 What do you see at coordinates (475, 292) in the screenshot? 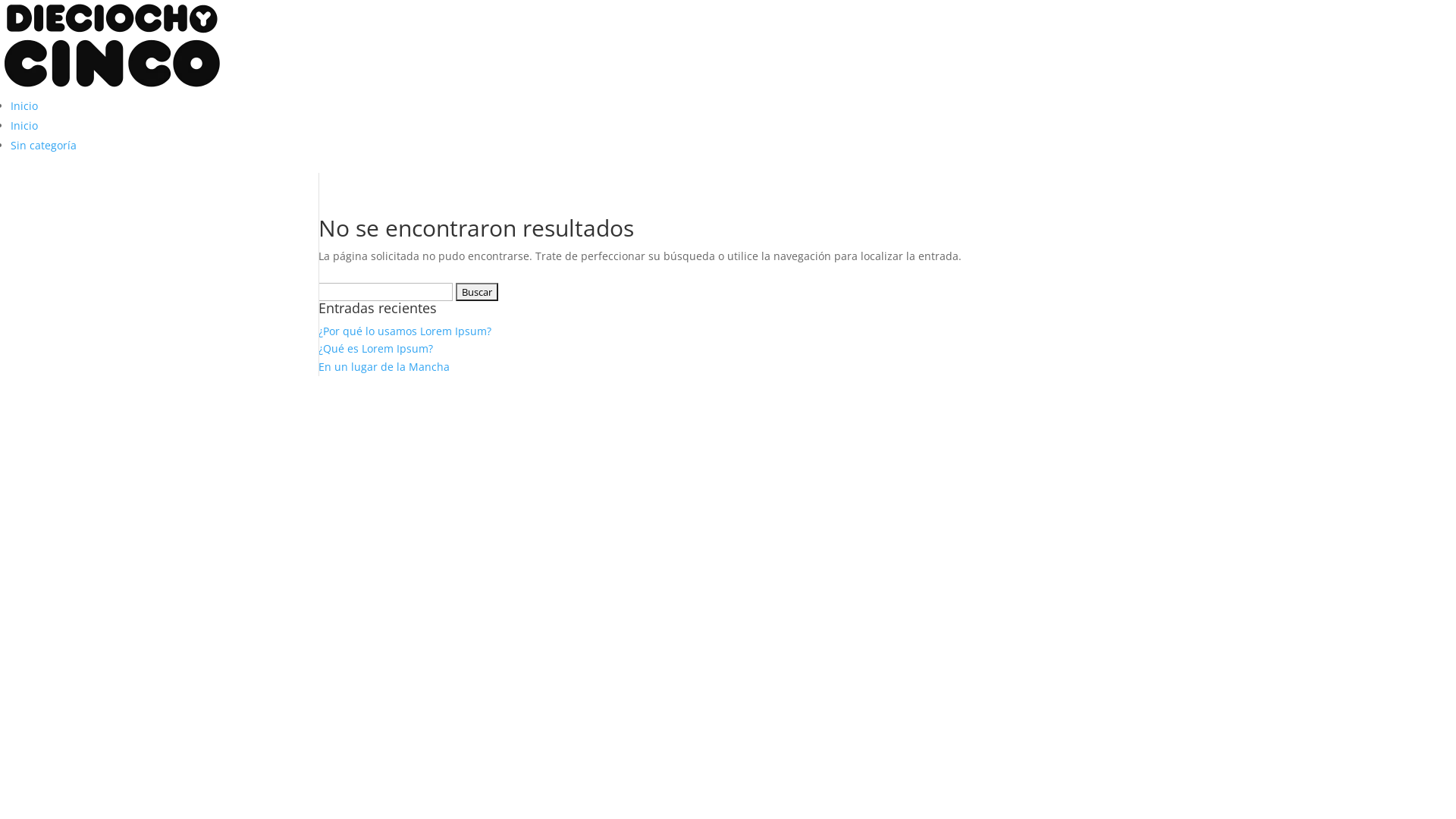
I see `'Buscar'` at bounding box center [475, 292].